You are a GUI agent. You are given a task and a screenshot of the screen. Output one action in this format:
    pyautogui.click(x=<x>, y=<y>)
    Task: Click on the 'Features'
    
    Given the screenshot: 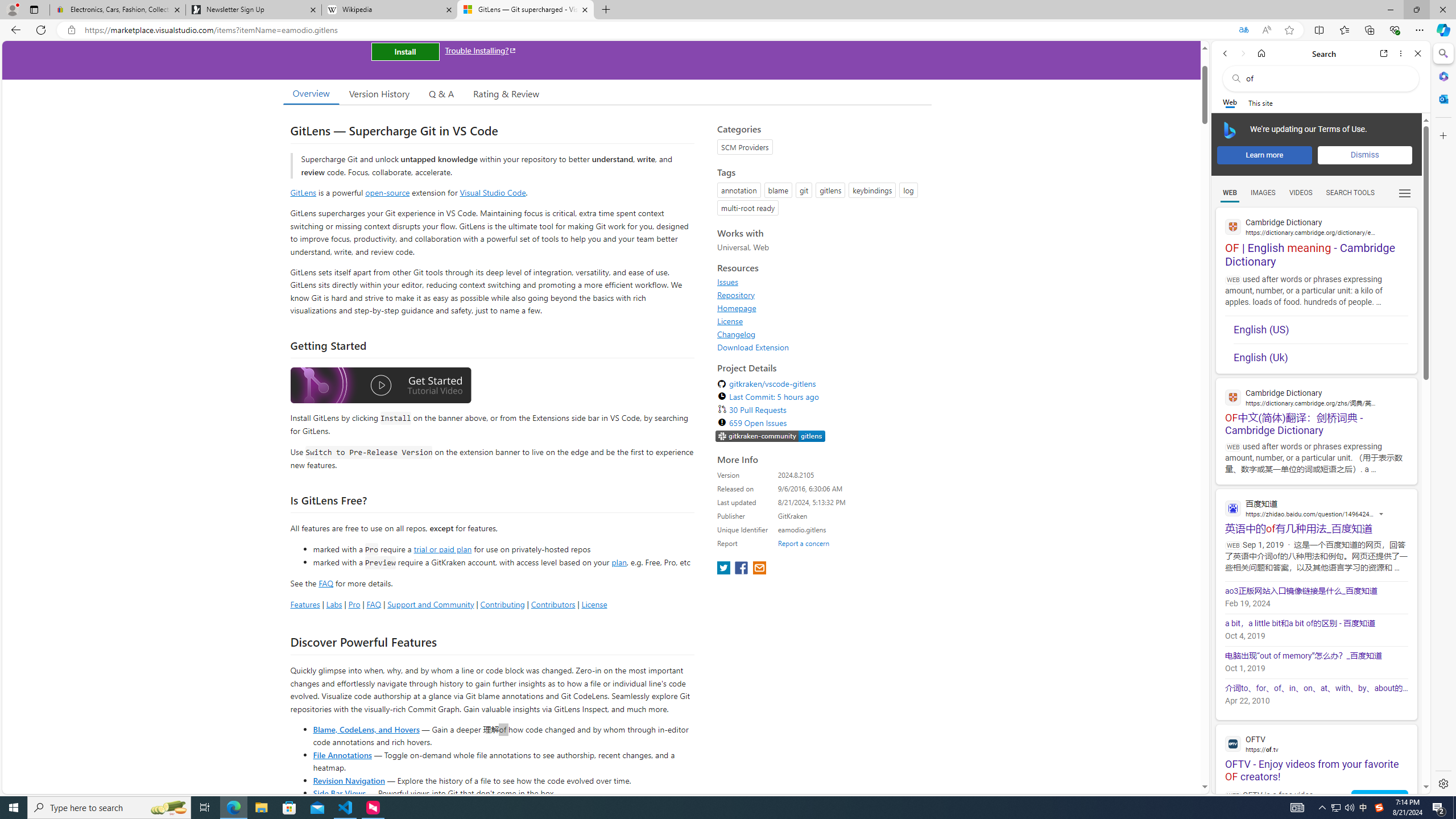 What is the action you would take?
    pyautogui.click(x=304, y=603)
    